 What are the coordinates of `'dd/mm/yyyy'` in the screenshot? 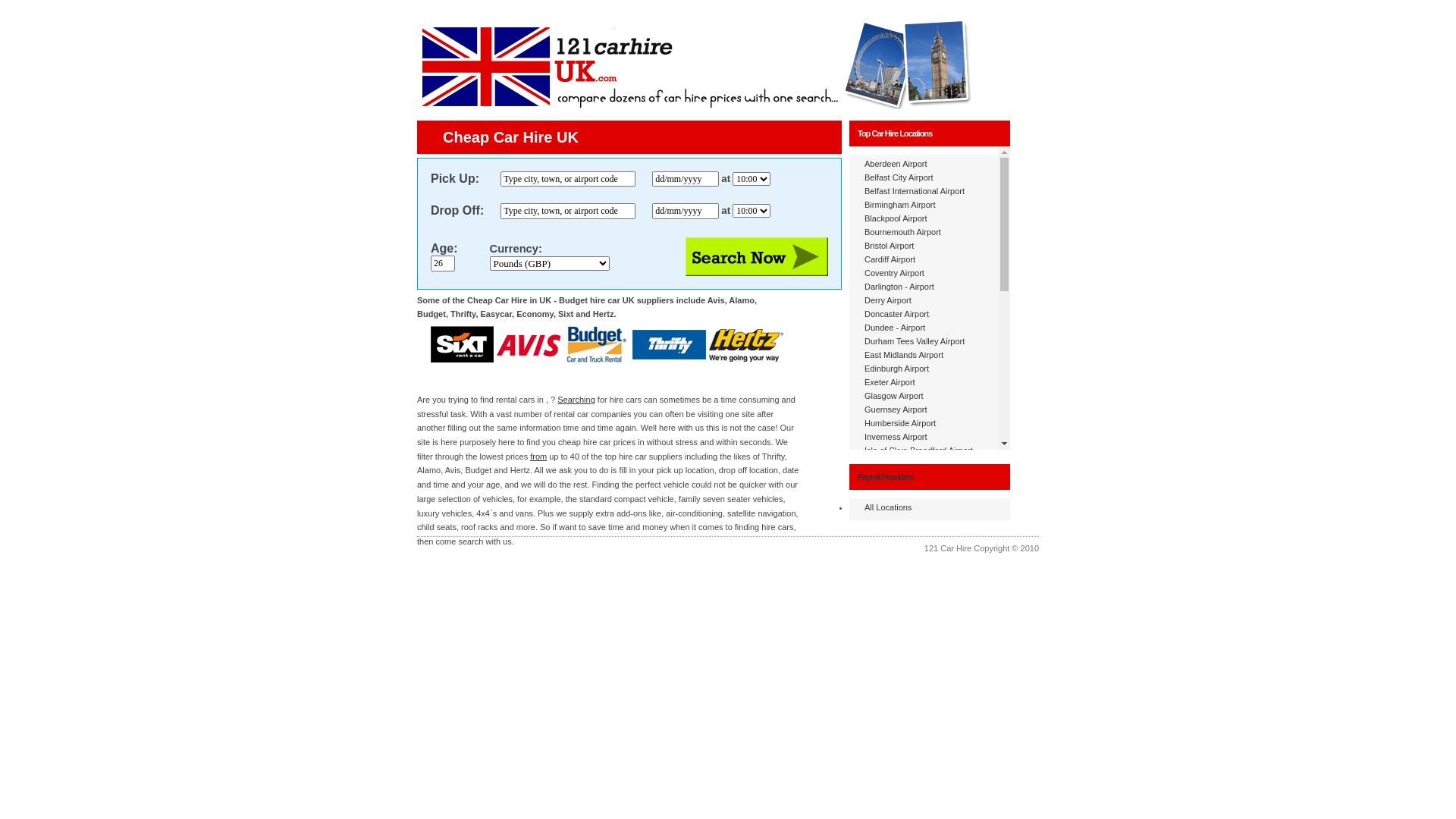 It's located at (684, 177).